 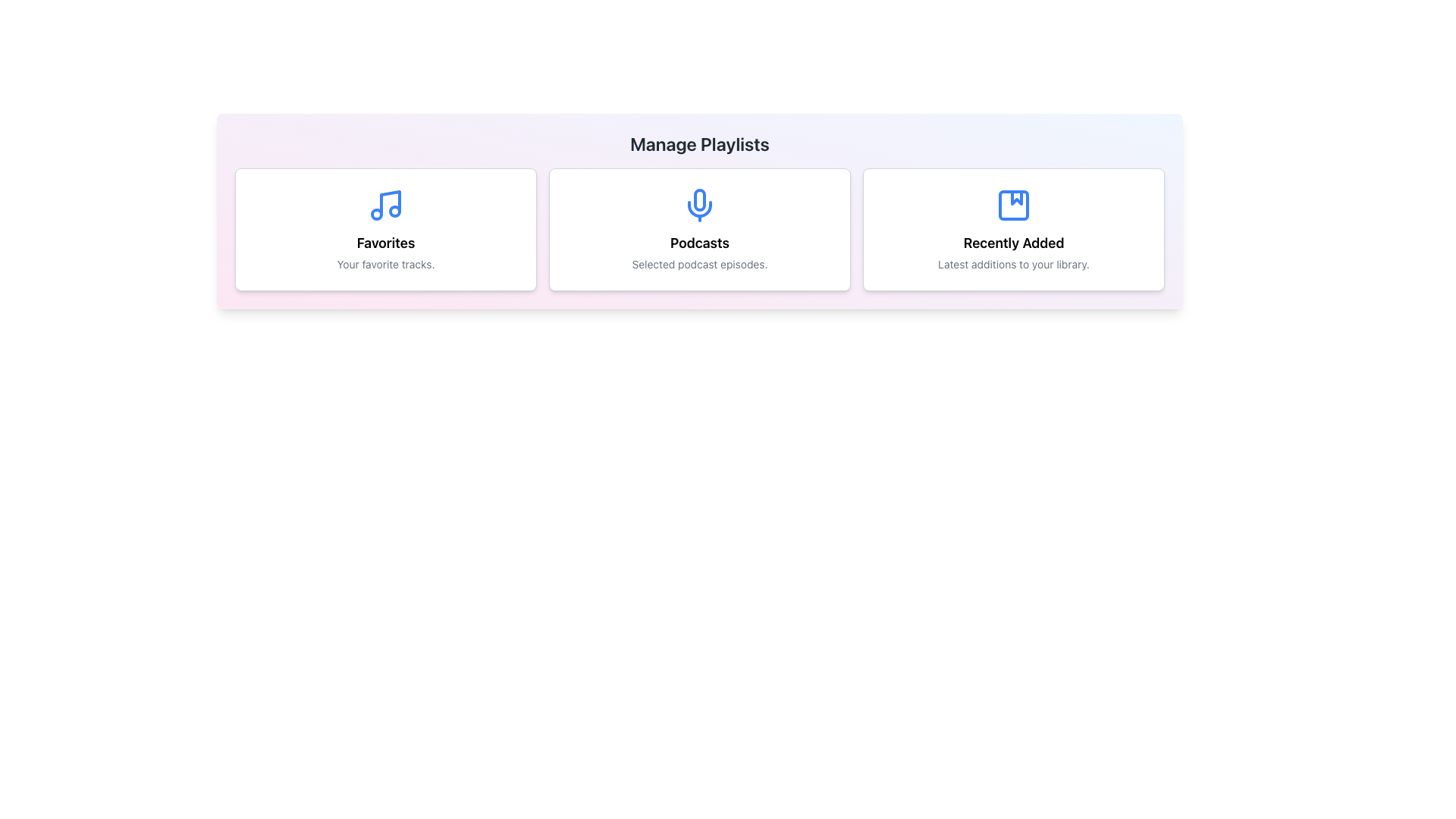 What do you see at coordinates (377, 214) in the screenshot?
I see `the smaller circle at the bottom-left of the music note icon in the 'Favorites' tile within the 'Manage Playlists' section` at bounding box center [377, 214].